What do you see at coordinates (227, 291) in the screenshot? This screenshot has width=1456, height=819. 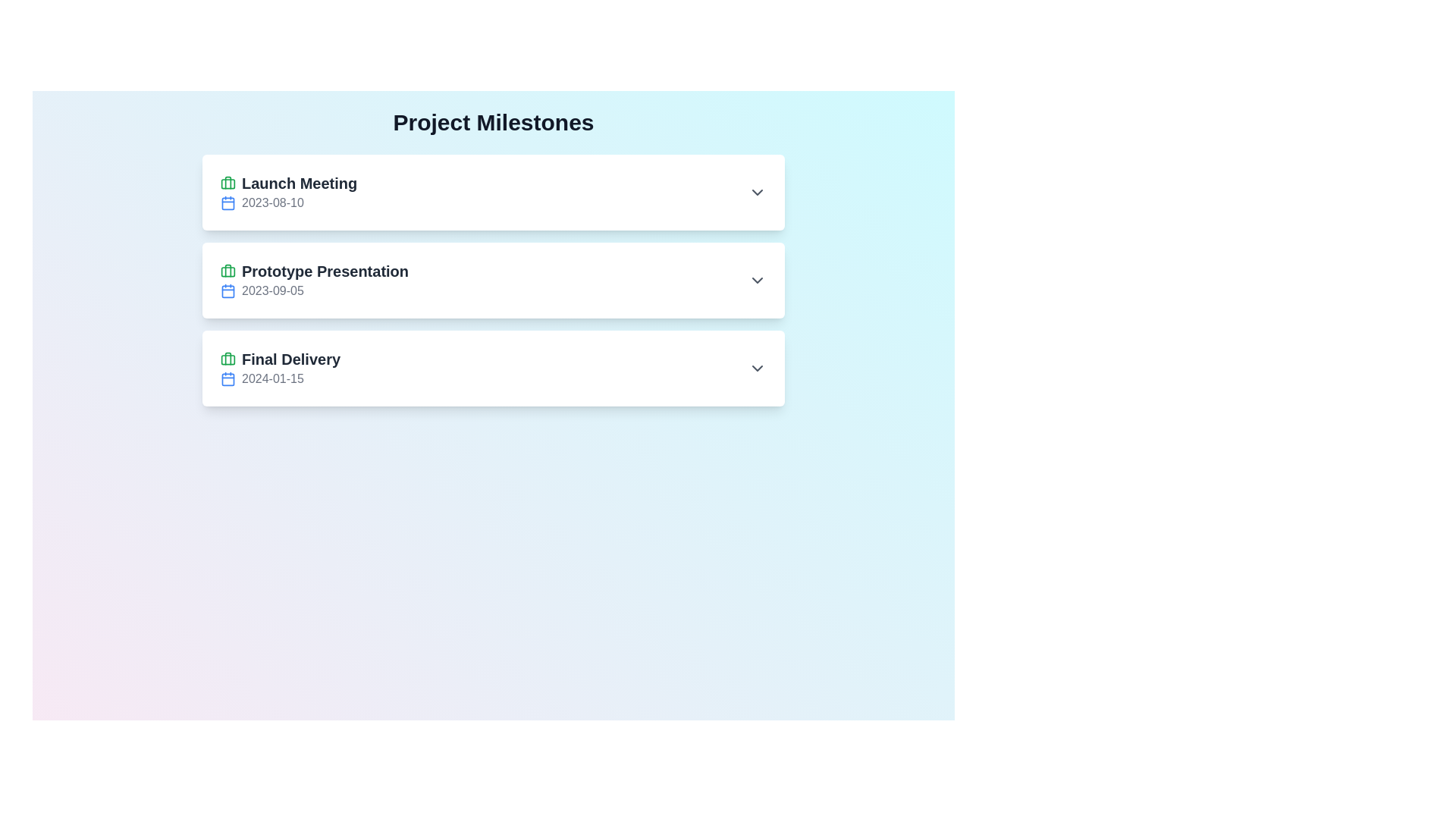 I see `the decorative visual element within the calendar icon, which is part of the second milestone item titled 'Prototype Presentation', located on the left side of the text and aligned with the event date description` at bounding box center [227, 291].